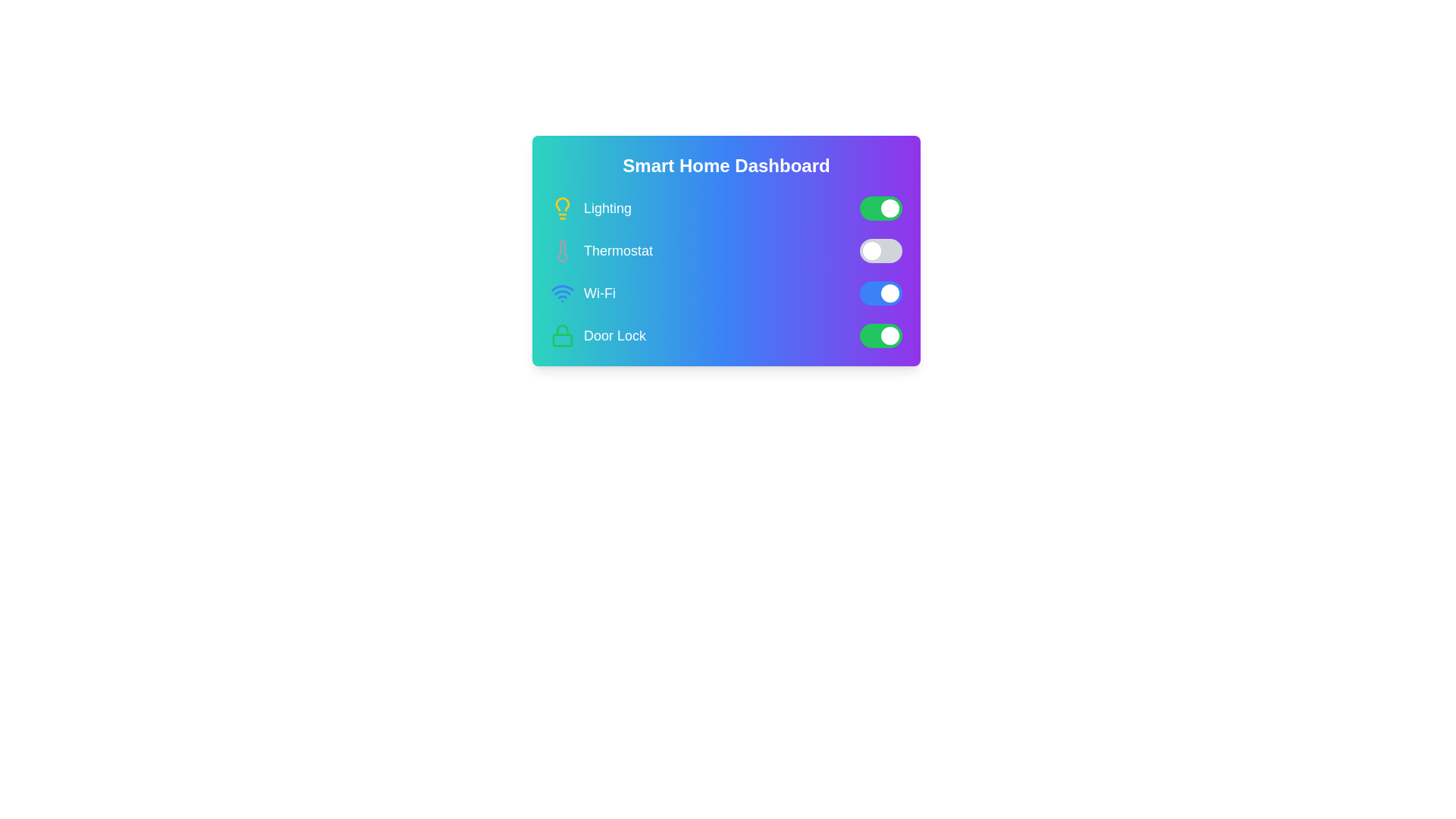 This screenshot has width=1456, height=819. Describe the element at coordinates (601, 250) in the screenshot. I see `the 'Thermostat' label with an icon in the 'Smart Home Dashboard', which is positioned in the second row of the main list, between the 'Lighting' and 'Wi-Fi' elements` at that location.